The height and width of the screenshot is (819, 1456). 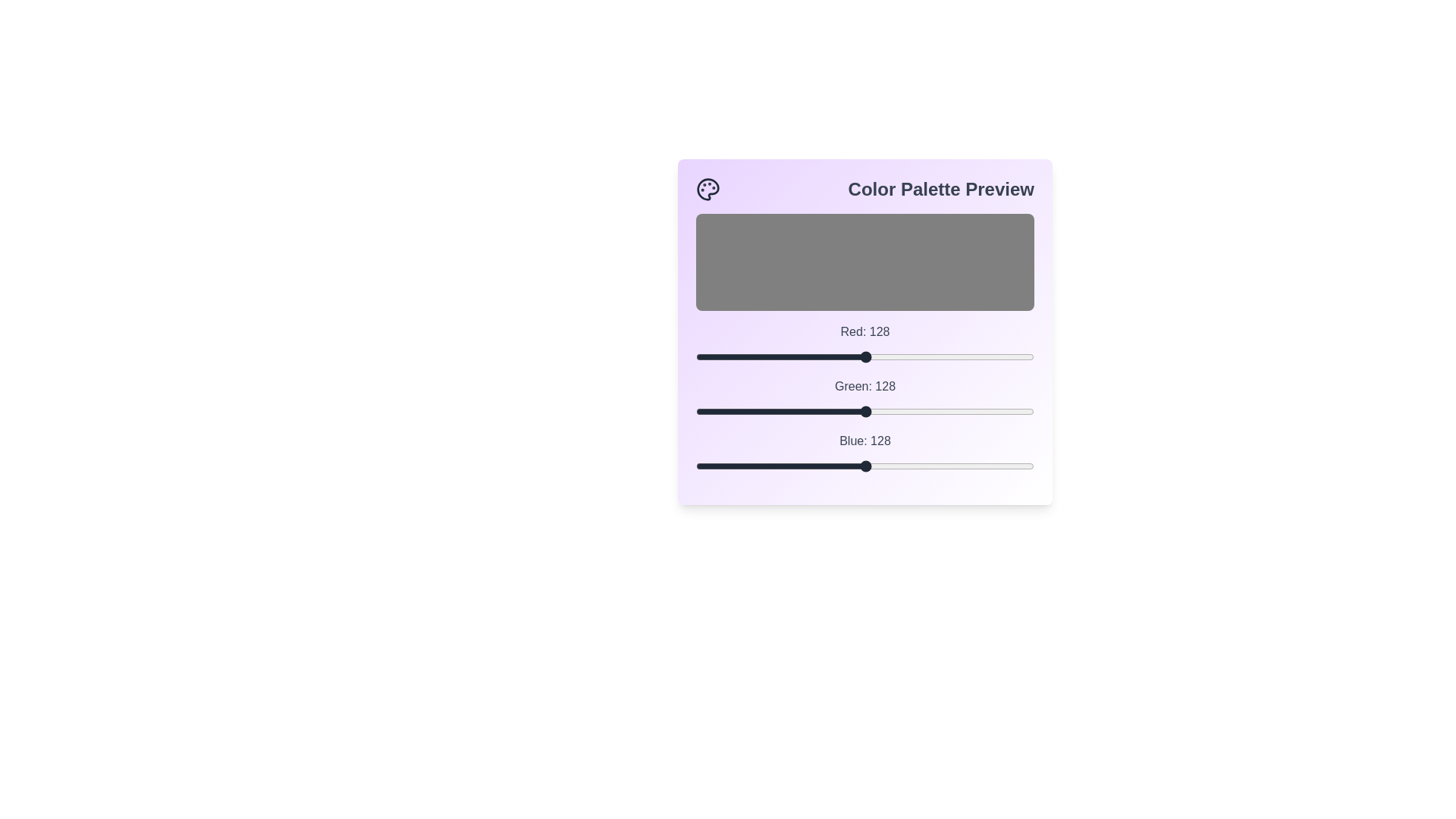 What do you see at coordinates (786, 465) in the screenshot?
I see `the blue component` at bounding box center [786, 465].